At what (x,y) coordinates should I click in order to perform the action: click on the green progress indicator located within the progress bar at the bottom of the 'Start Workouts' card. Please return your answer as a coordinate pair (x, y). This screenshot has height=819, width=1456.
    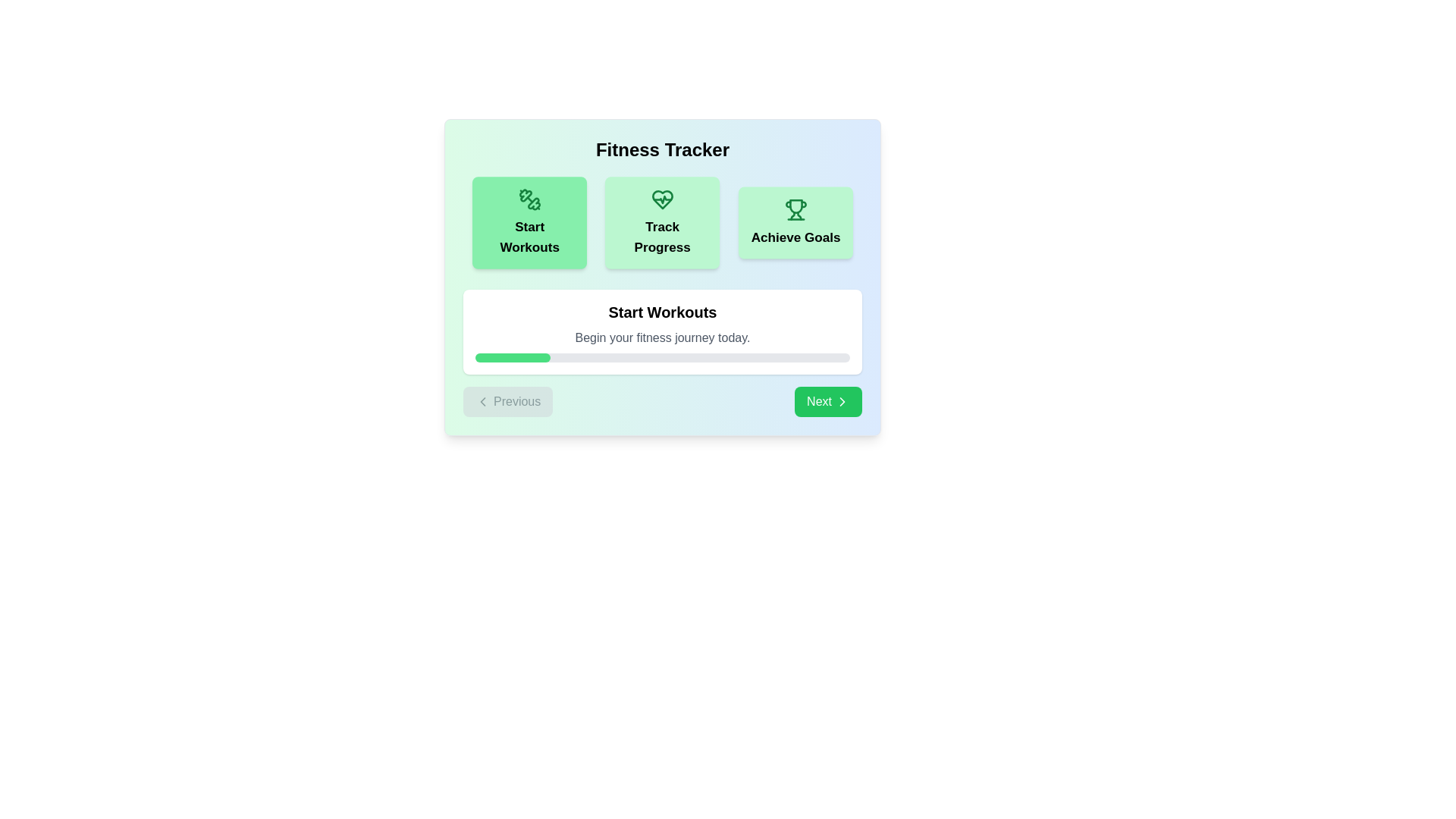
    Looking at the image, I should click on (513, 357).